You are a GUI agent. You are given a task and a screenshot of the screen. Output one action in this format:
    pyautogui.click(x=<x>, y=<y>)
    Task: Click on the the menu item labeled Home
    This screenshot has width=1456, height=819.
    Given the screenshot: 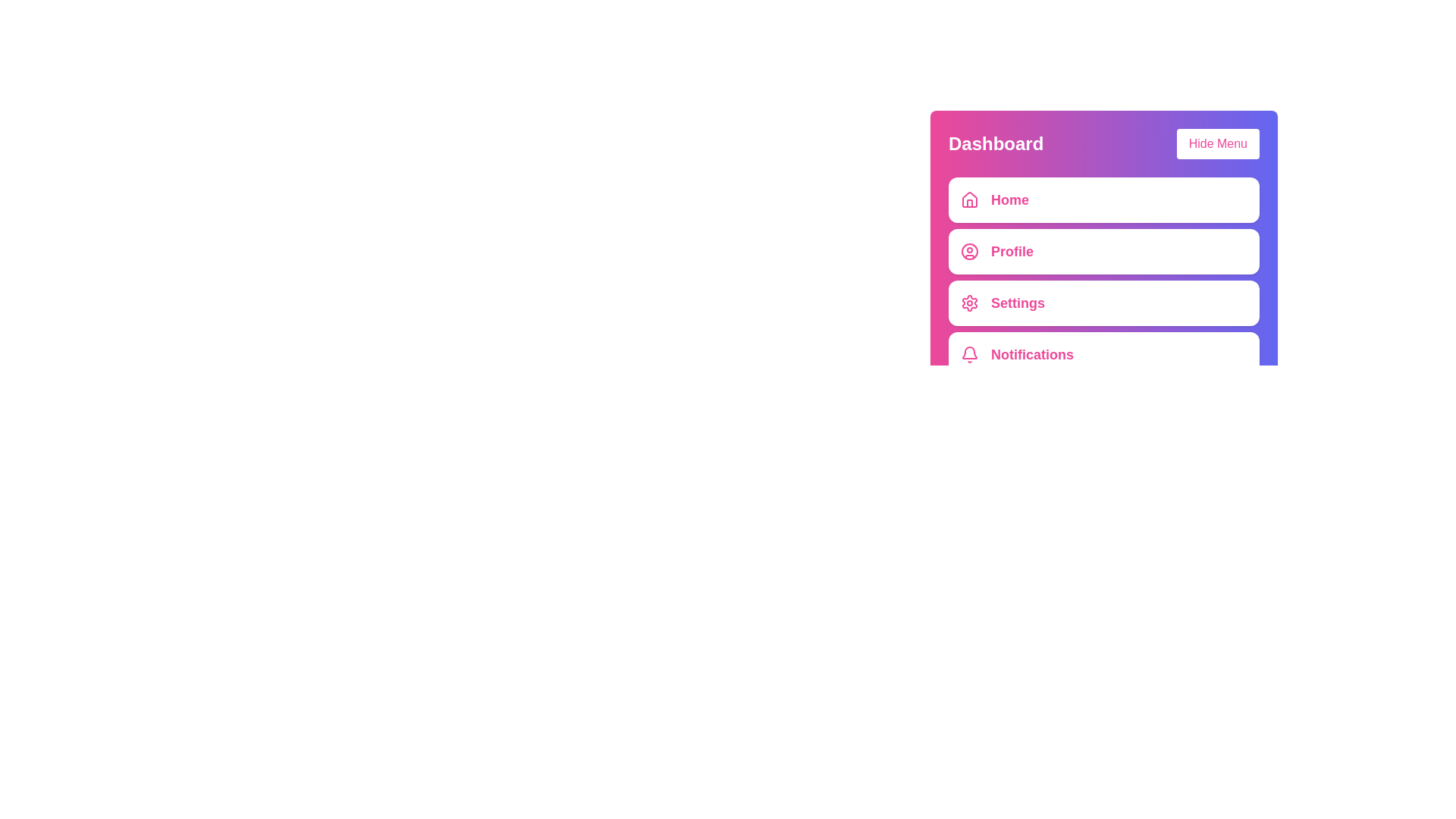 What is the action you would take?
    pyautogui.click(x=1103, y=199)
    